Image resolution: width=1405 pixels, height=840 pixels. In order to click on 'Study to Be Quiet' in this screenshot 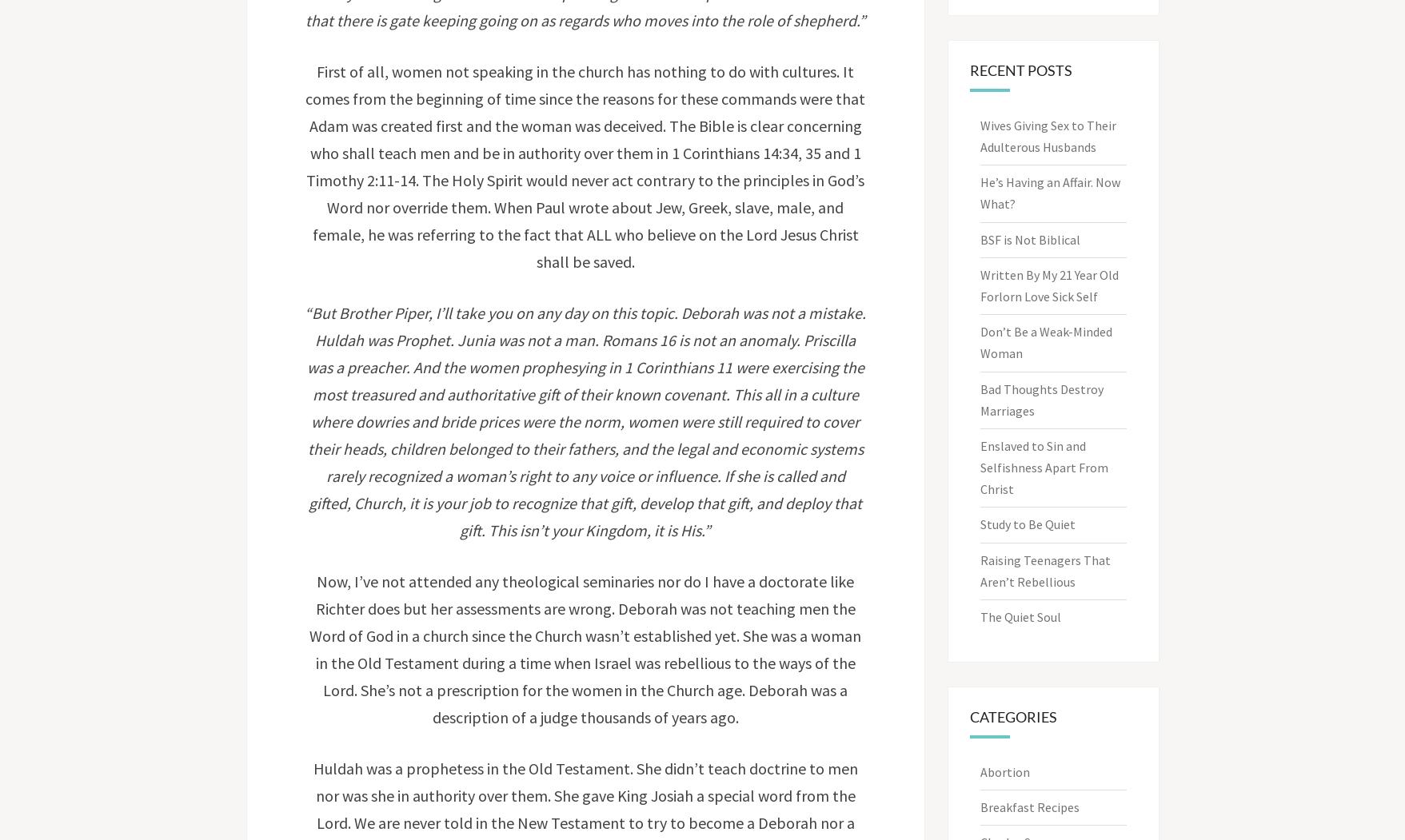, I will do `click(1028, 524)`.